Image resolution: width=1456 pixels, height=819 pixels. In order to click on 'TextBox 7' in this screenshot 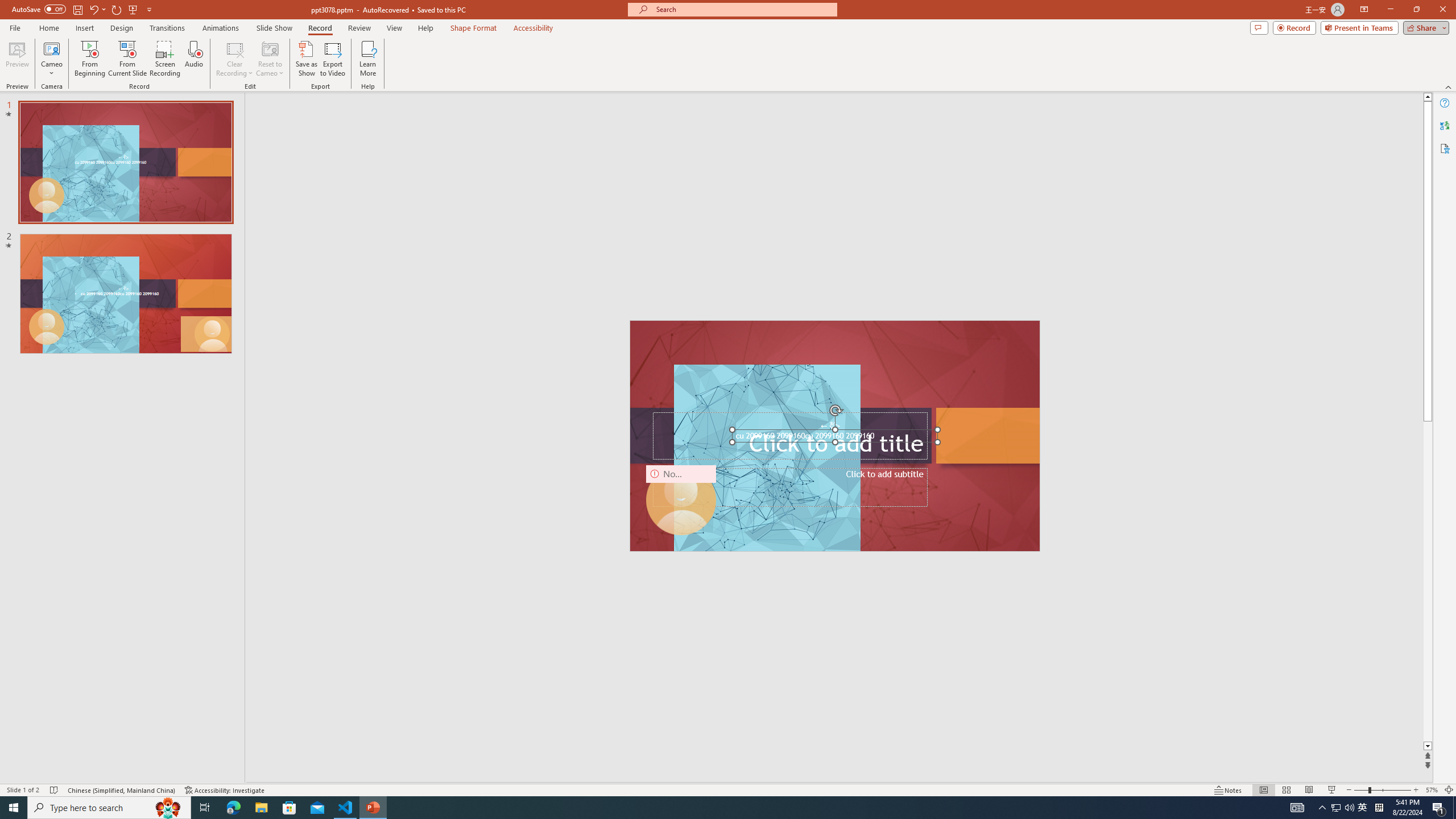, I will do `click(830, 425)`.